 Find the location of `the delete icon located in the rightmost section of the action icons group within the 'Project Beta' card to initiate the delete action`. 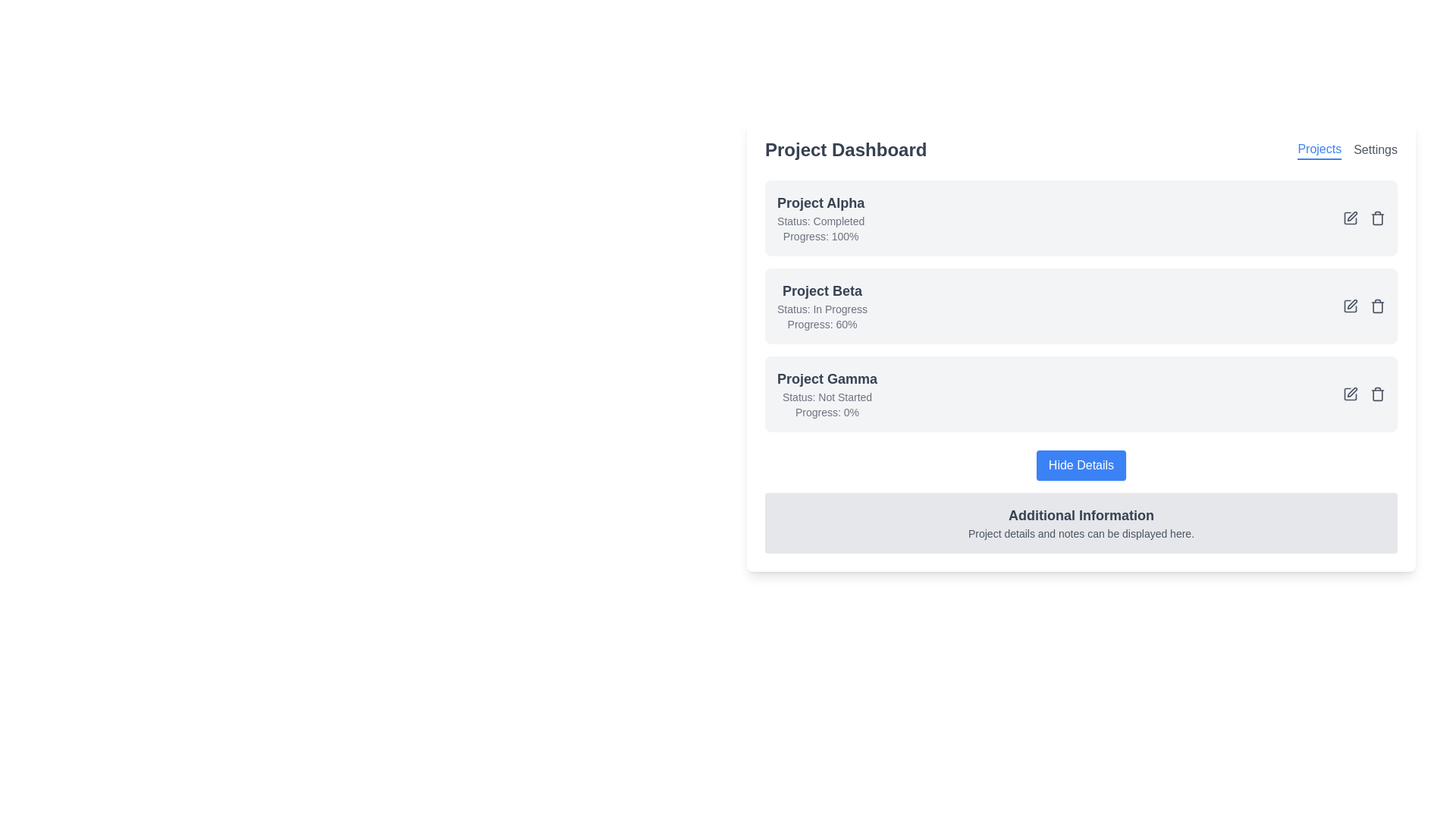

the delete icon located in the rightmost section of the action icons group within the 'Project Beta' card to initiate the delete action is located at coordinates (1378, 306).